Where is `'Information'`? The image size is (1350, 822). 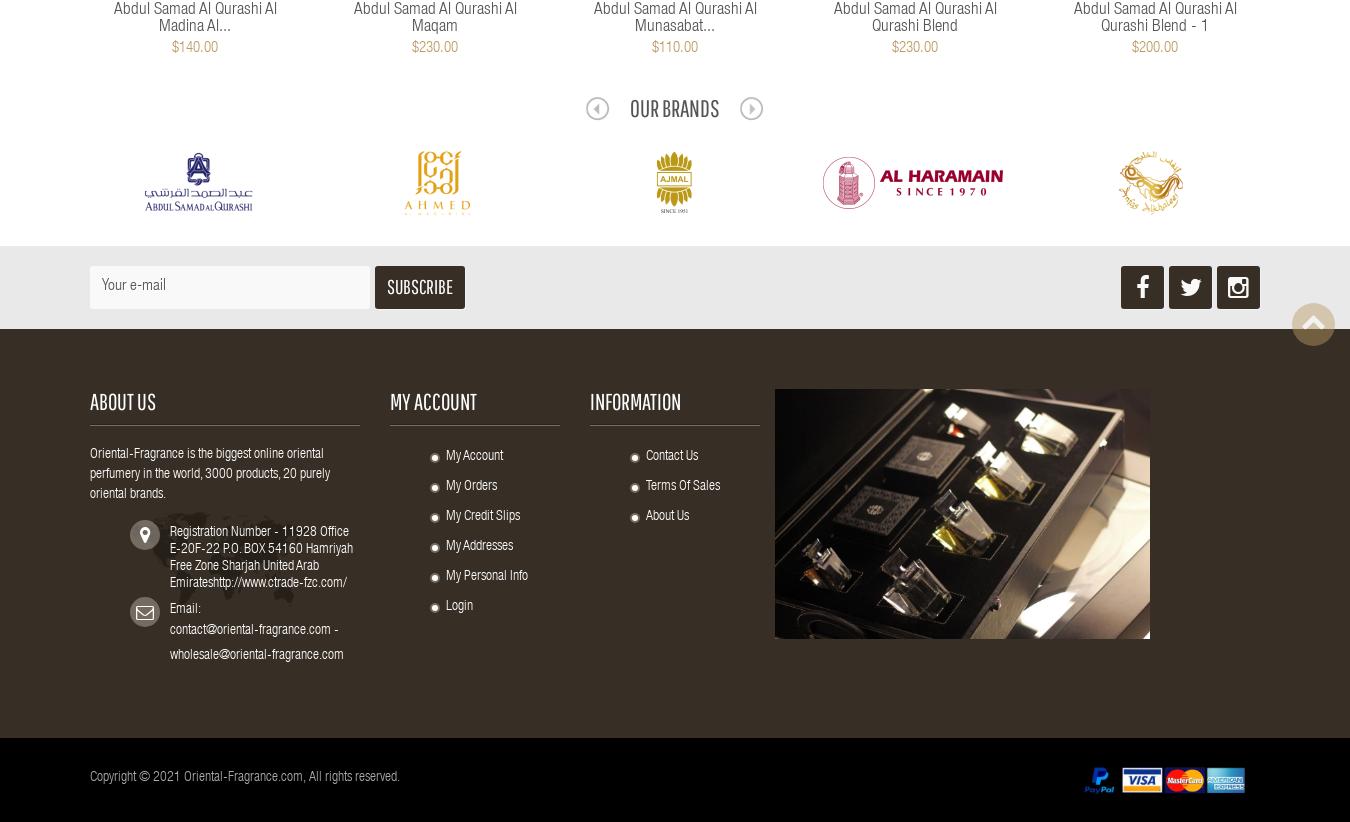
'Information' is located at coordinates (635, 400).